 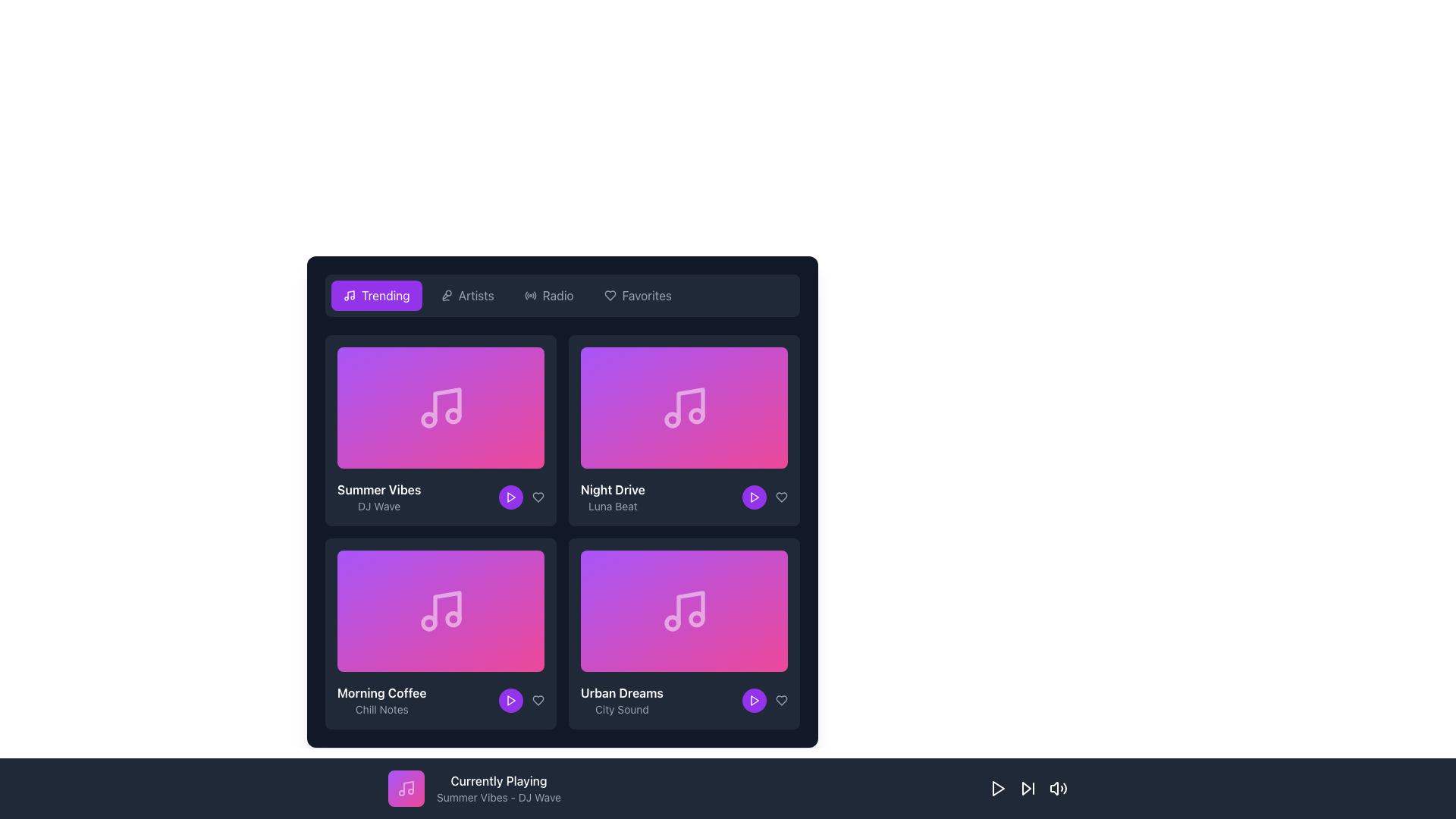 What do you see at coordinates (510, 701) in the screenshot?
I see `the circular purple button with a play icon in the bottom-right corner of the 'Morning Coffee - Chill Notes' card` at bounding box center [510, 701].